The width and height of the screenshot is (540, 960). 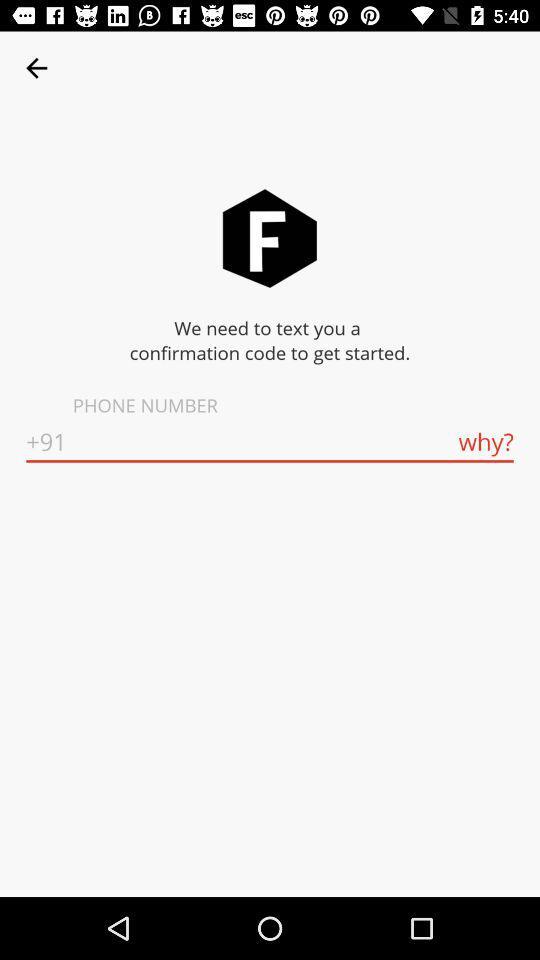 I want to click on typing, so click(x=270, y=442).